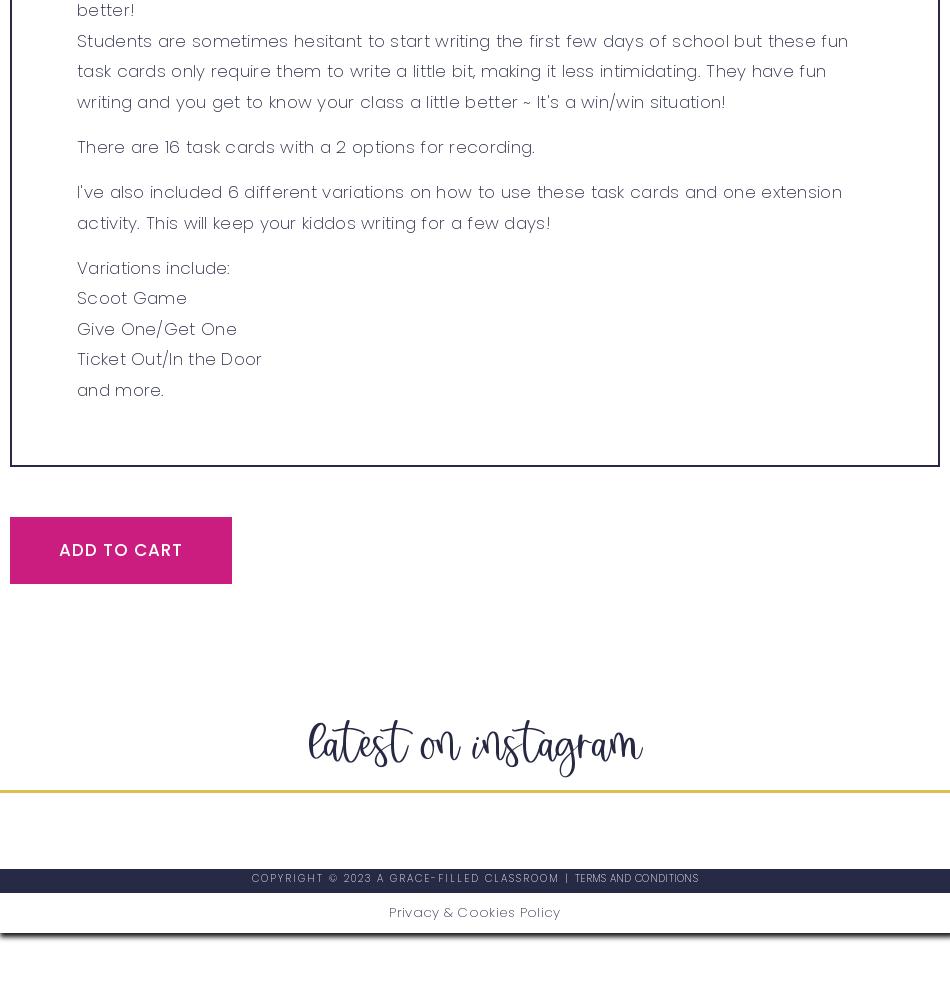 The width and height of the screenshot is (950, 1000). What do you see at coordinates (473, 911) in the screenshot?
I see `'Privacy & Cookies Policy'` at bounding box center [473, 911].